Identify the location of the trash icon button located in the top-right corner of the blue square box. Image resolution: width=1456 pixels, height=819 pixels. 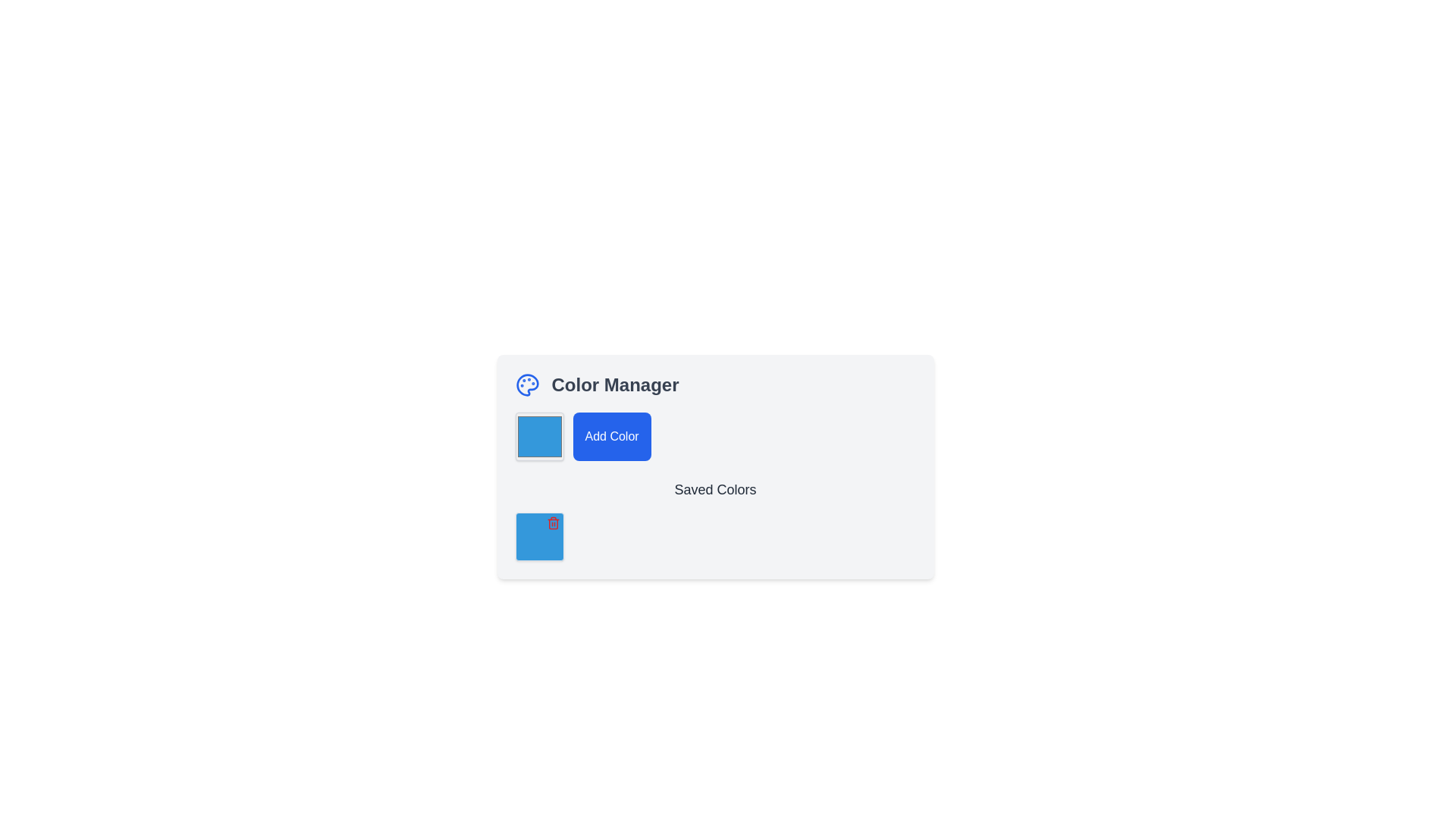
(552, 522).